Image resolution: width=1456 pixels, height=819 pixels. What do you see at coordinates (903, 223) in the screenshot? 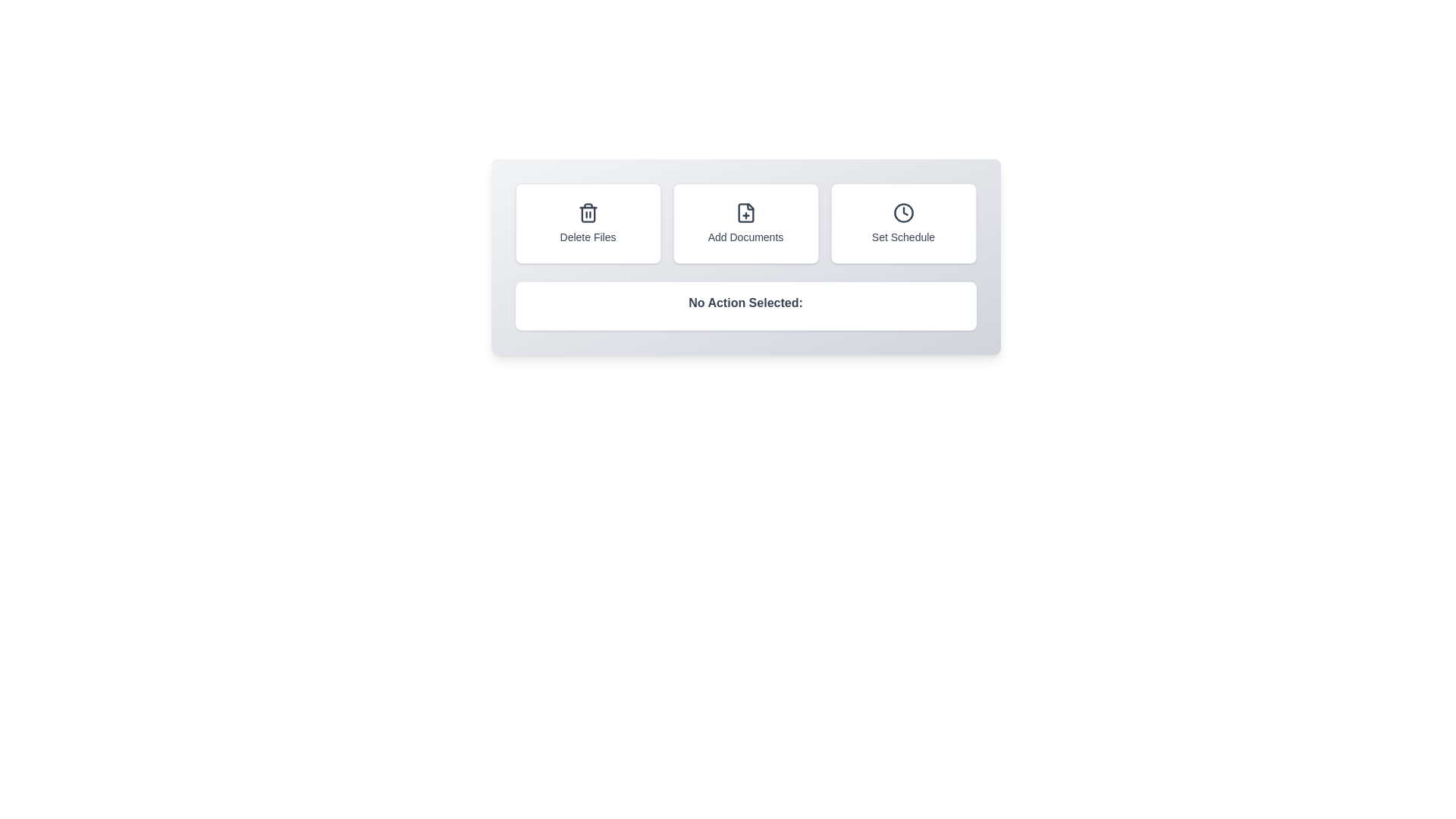
I see `the 'Set Schedule' button, which is a rounded rectangular button with a clock icon and a white background, located at the far right of the grid layout` at bounding box center [903, 223].